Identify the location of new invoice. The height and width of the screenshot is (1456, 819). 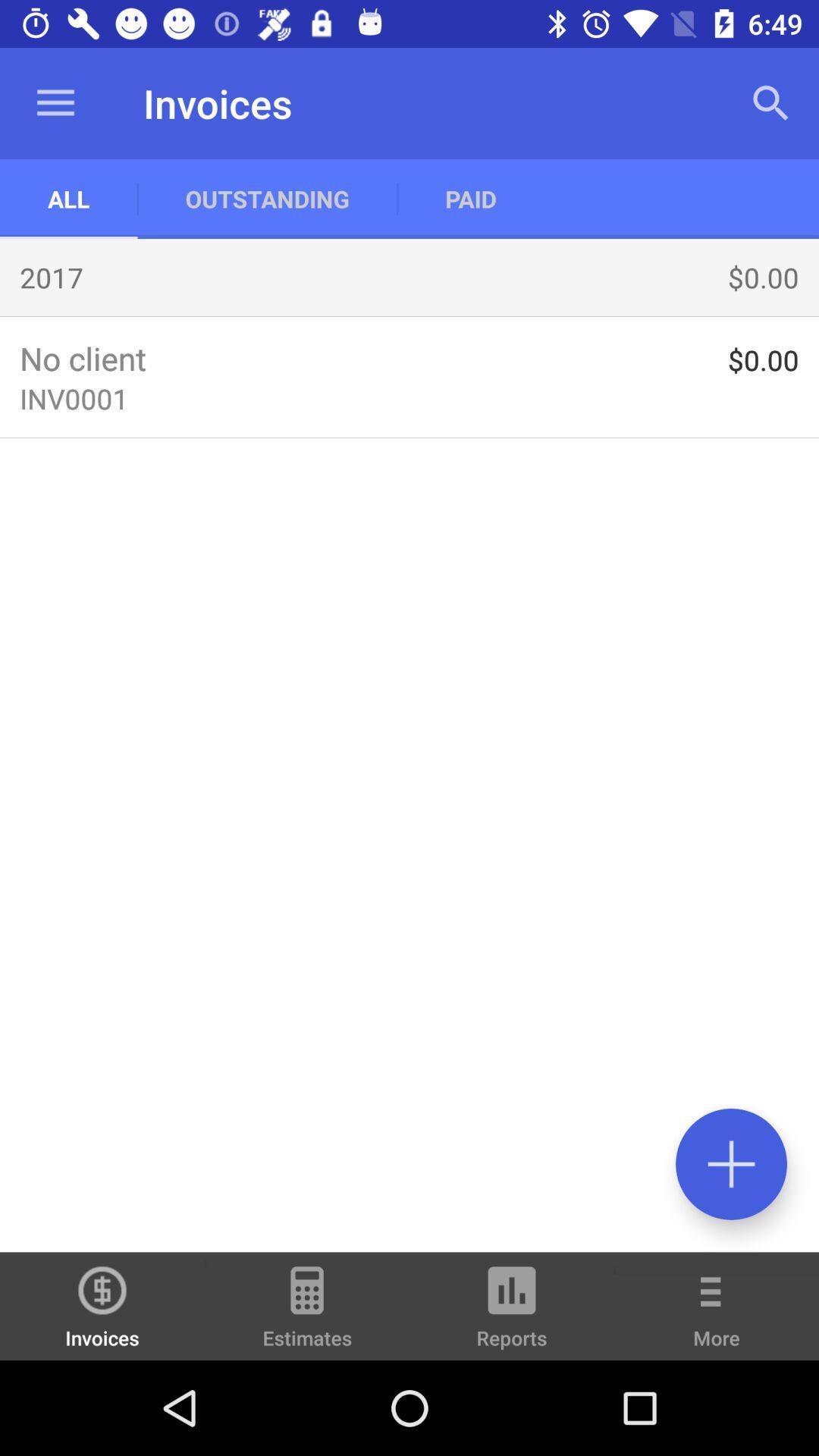
(730, 1163).